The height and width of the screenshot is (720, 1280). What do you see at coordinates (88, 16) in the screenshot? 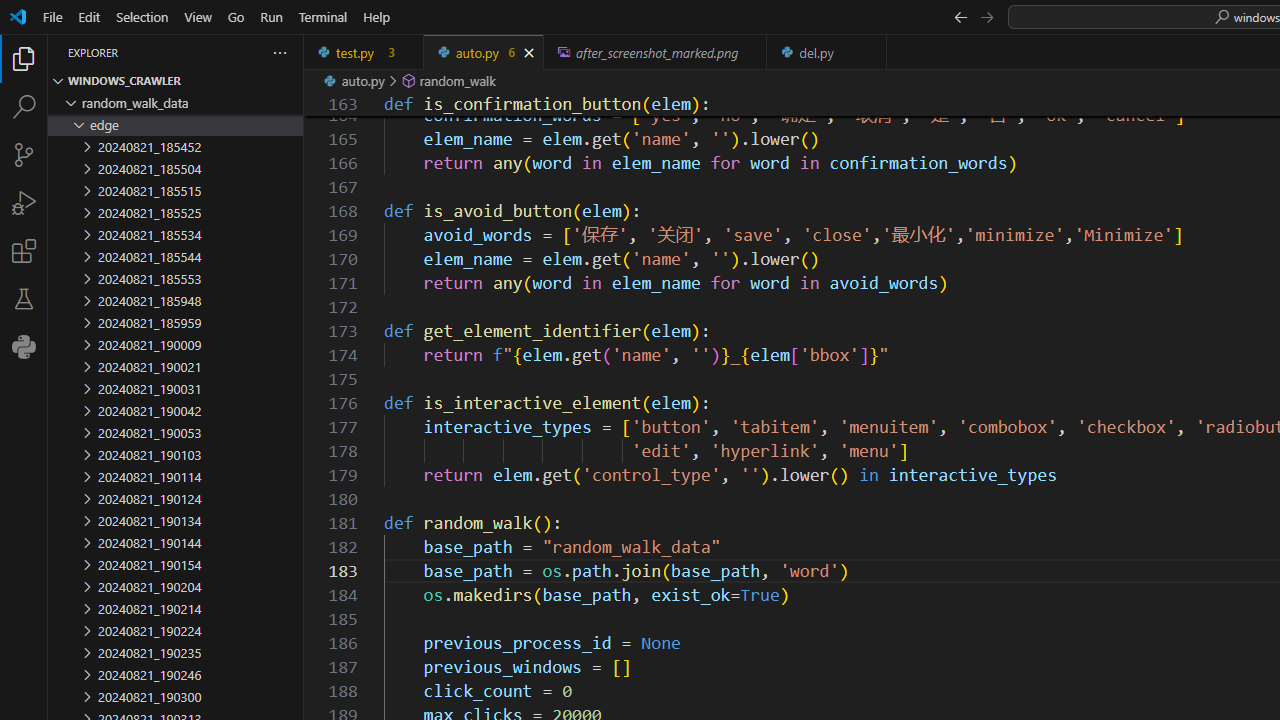
I see `'Edit'` at bounding box center [88, 16].